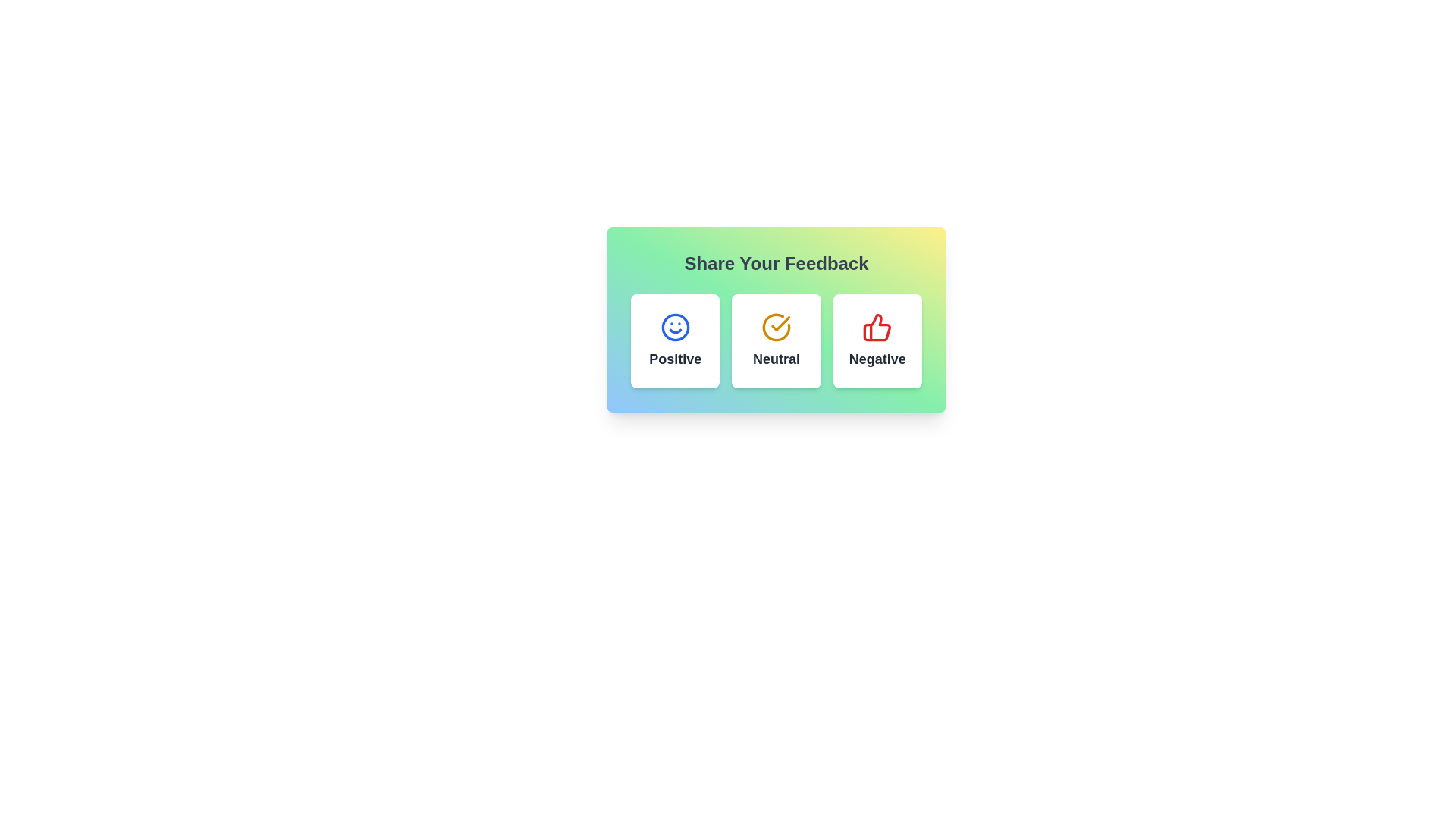 This screenshot has height=819, width=1456. I want to click on the 'Neutral' feedback option text label, which is centered under a yellow circular icon with a checkmark and is part of a group of three feedback options, so click(776, 359).